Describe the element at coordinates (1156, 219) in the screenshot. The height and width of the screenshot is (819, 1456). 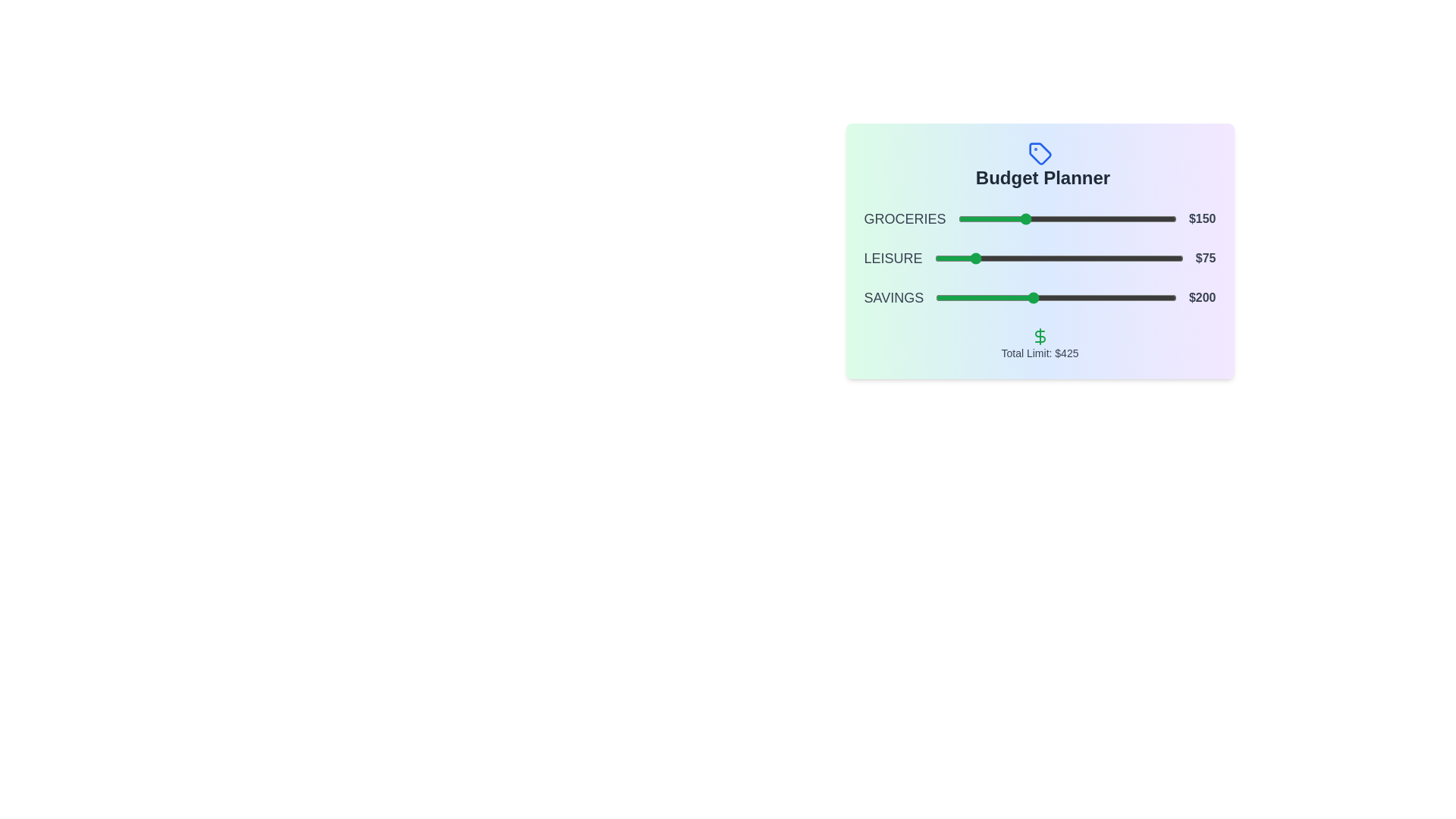
I see `the slider for 0 to 454` at that location.